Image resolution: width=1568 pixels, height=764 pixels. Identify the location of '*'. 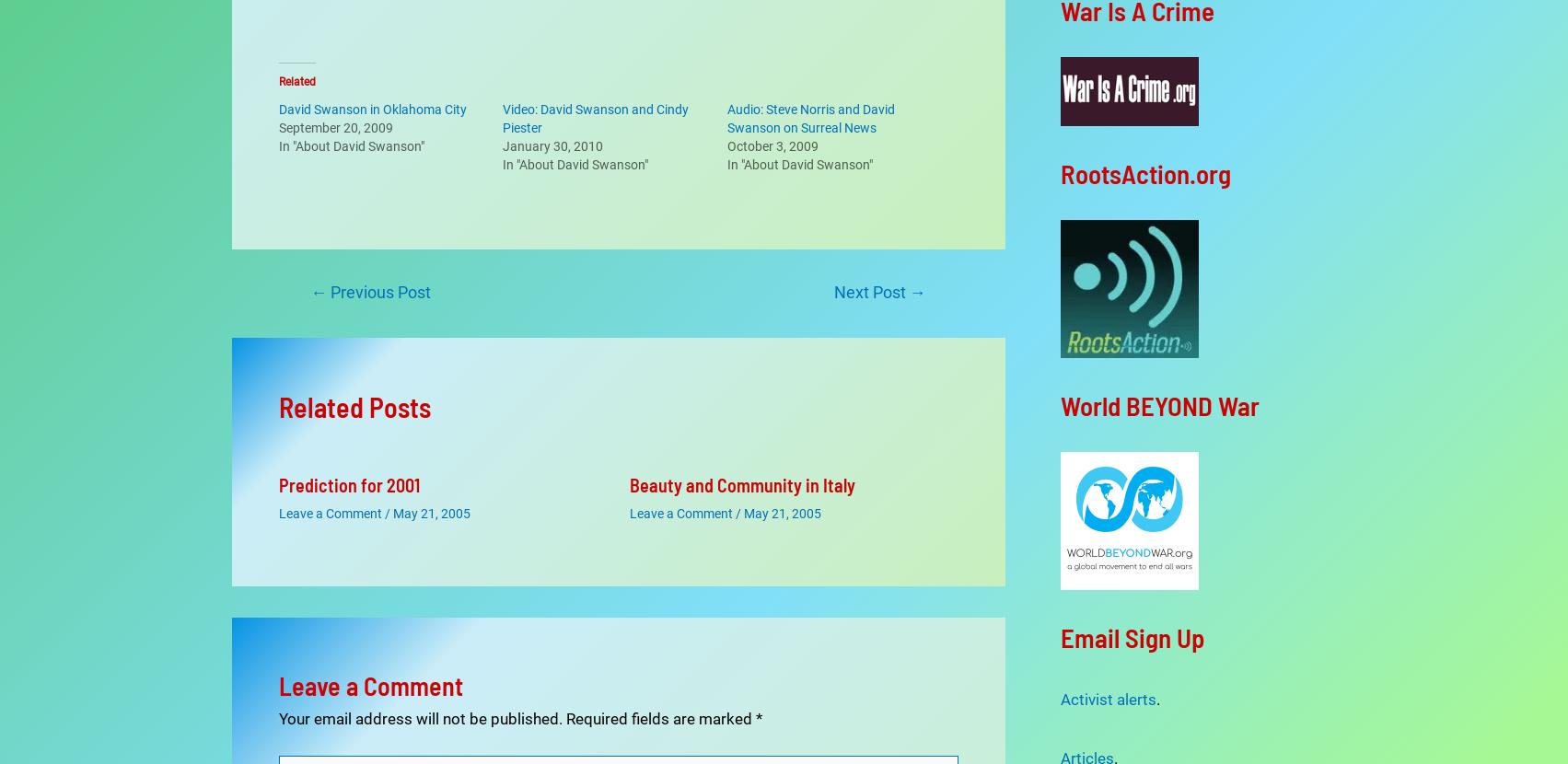
(758, 667).